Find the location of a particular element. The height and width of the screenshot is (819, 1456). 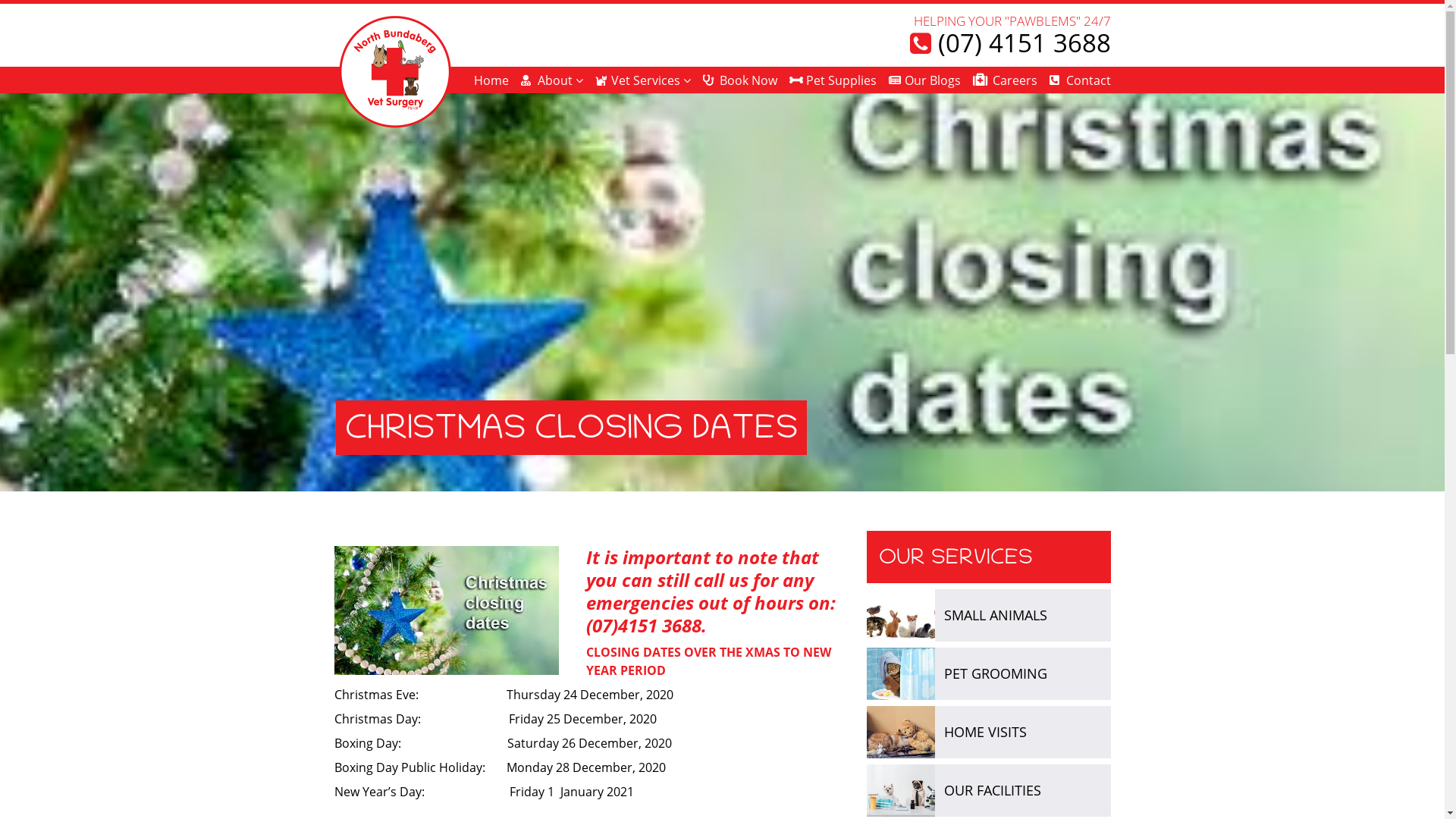

'About' is located at coordinates (520, 80).